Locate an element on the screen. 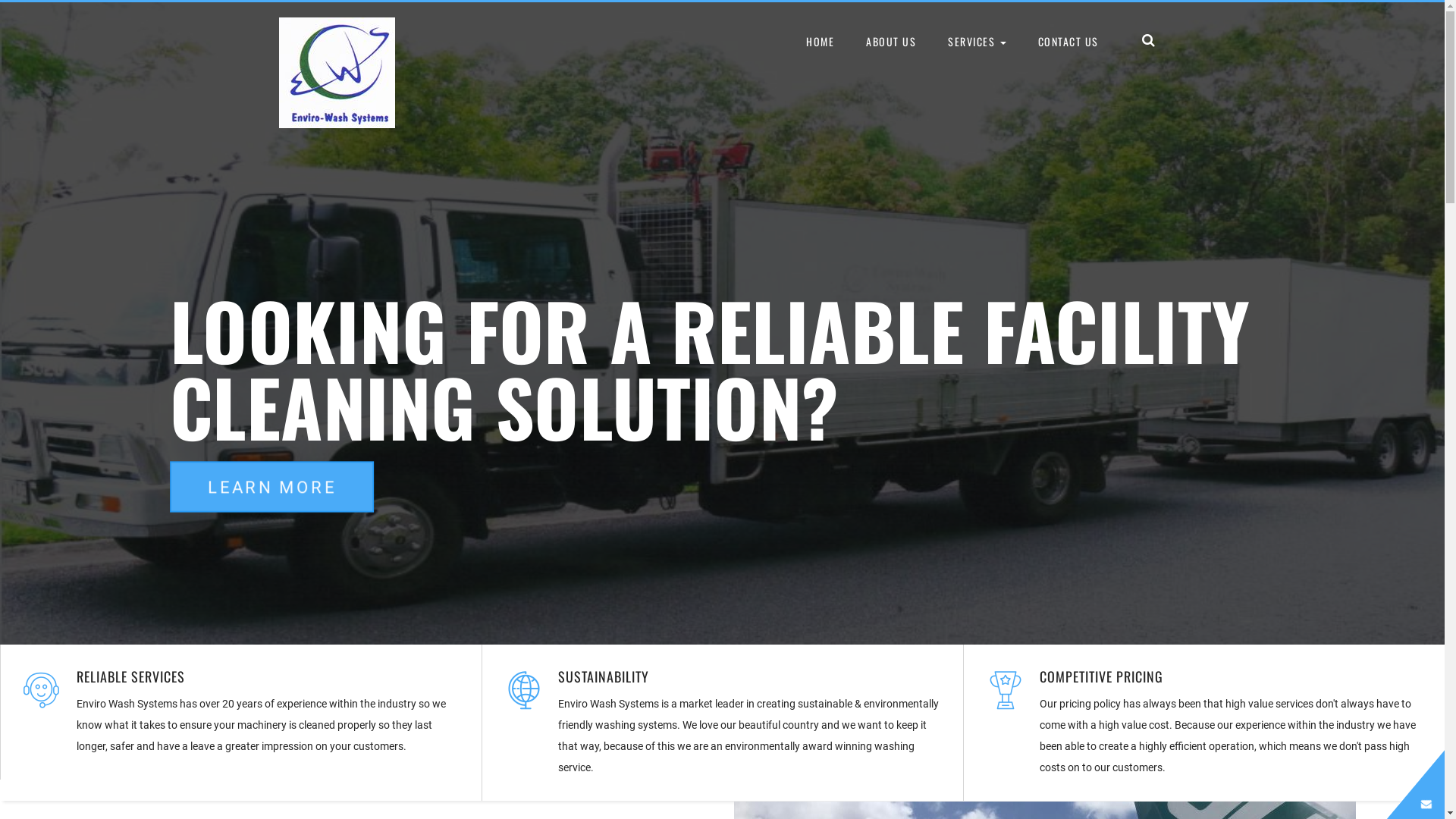  'ABOUT US' is located at coordinates (851, 40).